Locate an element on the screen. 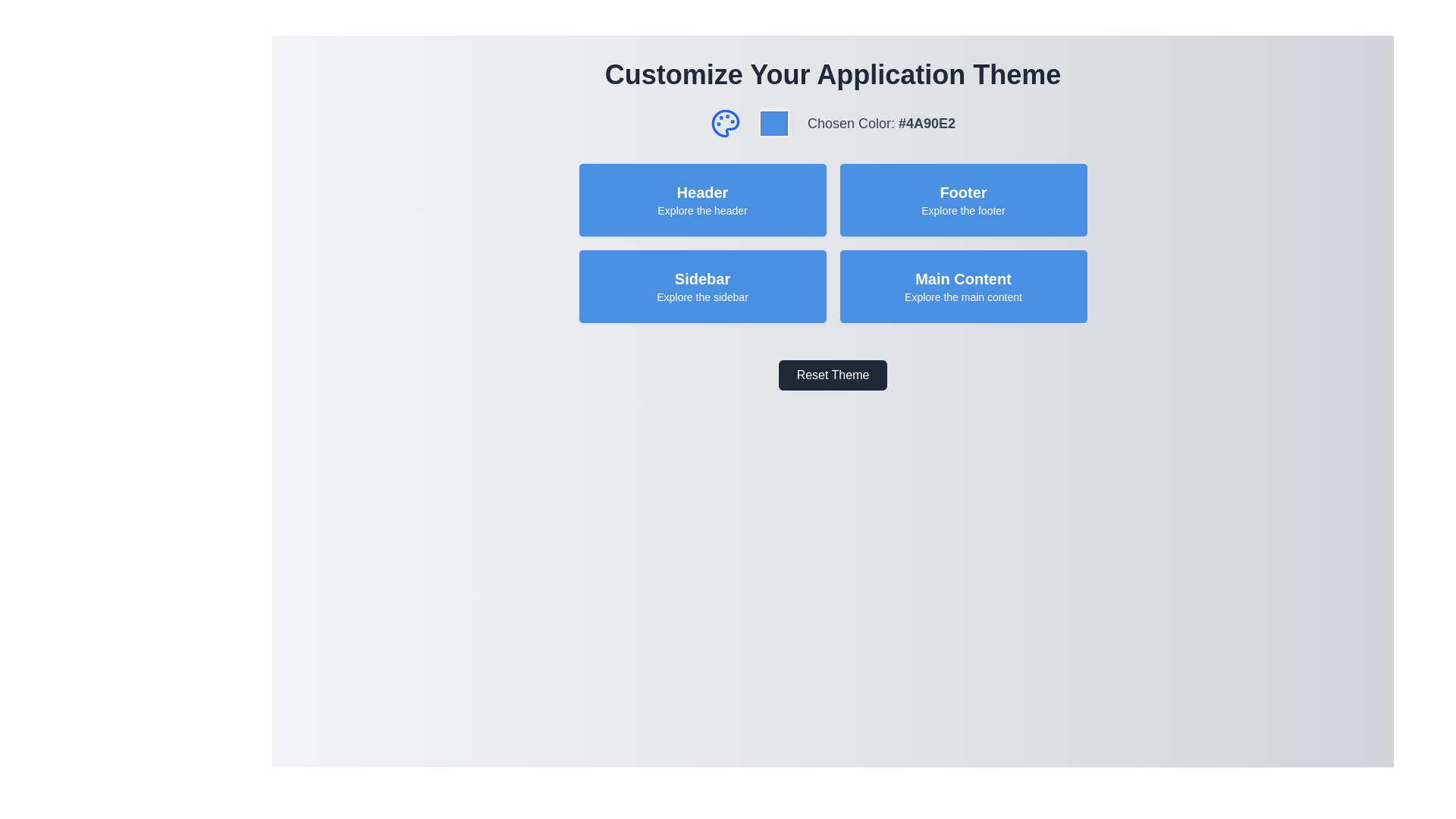 This screenshot has width=1456, height=819. the blue rectangular display box containing the bold 'Header' text and the smaller 'Explore the header' text, located in the top-left of the grid layout is located at coordinates (701, 199).